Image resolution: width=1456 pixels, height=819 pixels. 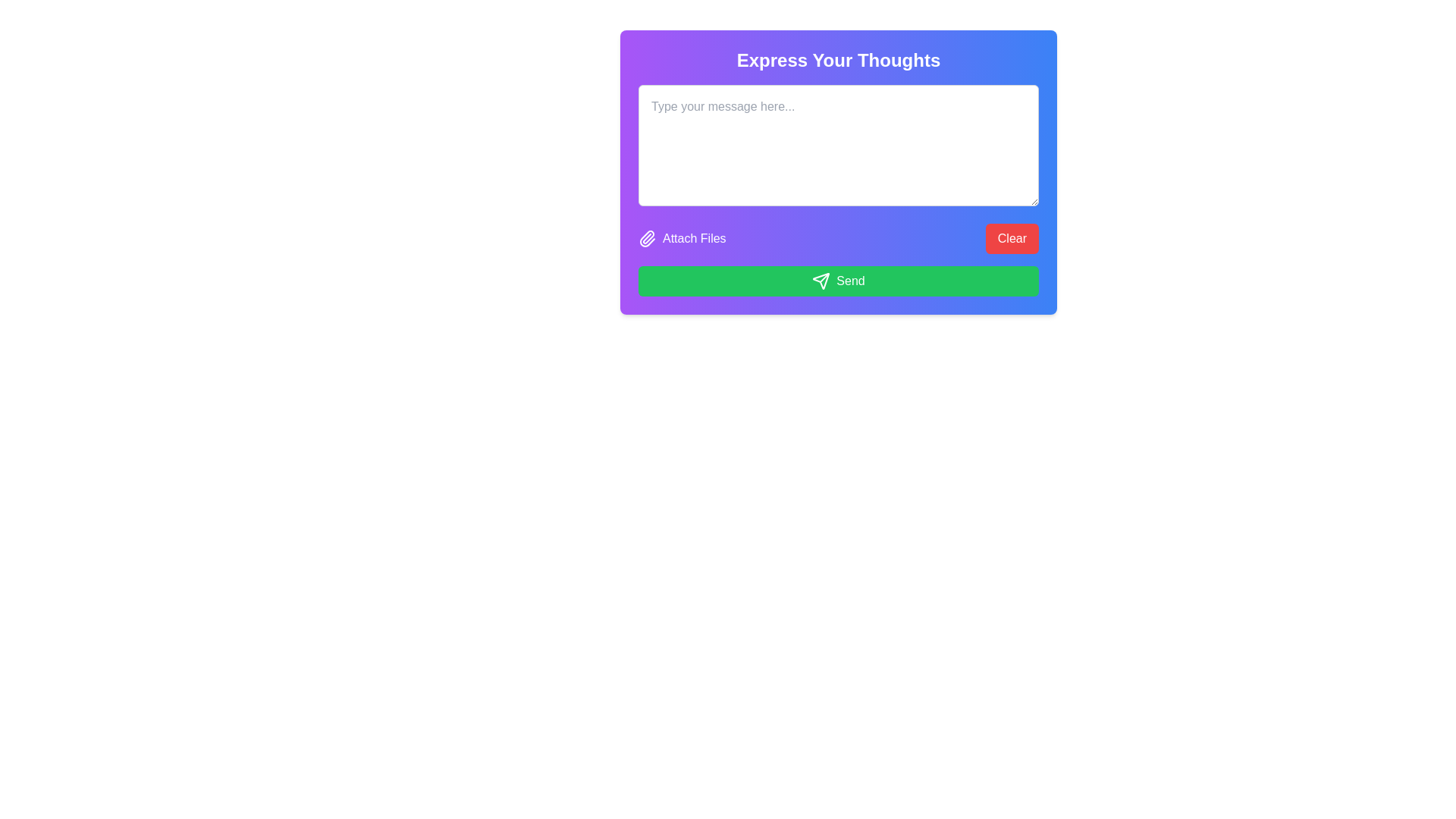 What do you see at coordinates (647, 239) in the screenshot?
I see `the SVG graphic icon representing a paperclip located in the bottom-left corner of the input message field` at bounding box center [647, 239].